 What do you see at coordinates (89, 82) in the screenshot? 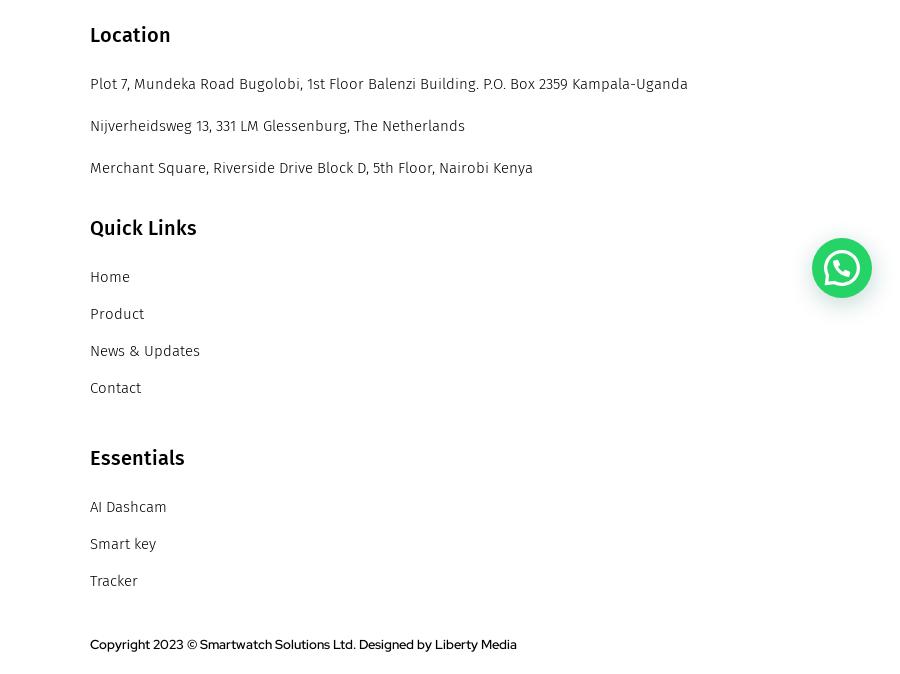
I see `'Plot 7, Mundeka Road Bugolobi, 1st Floor Balenzi Building. P.O. Box 2359 Kampala-Uganda'` at bounding box center [89, 82].